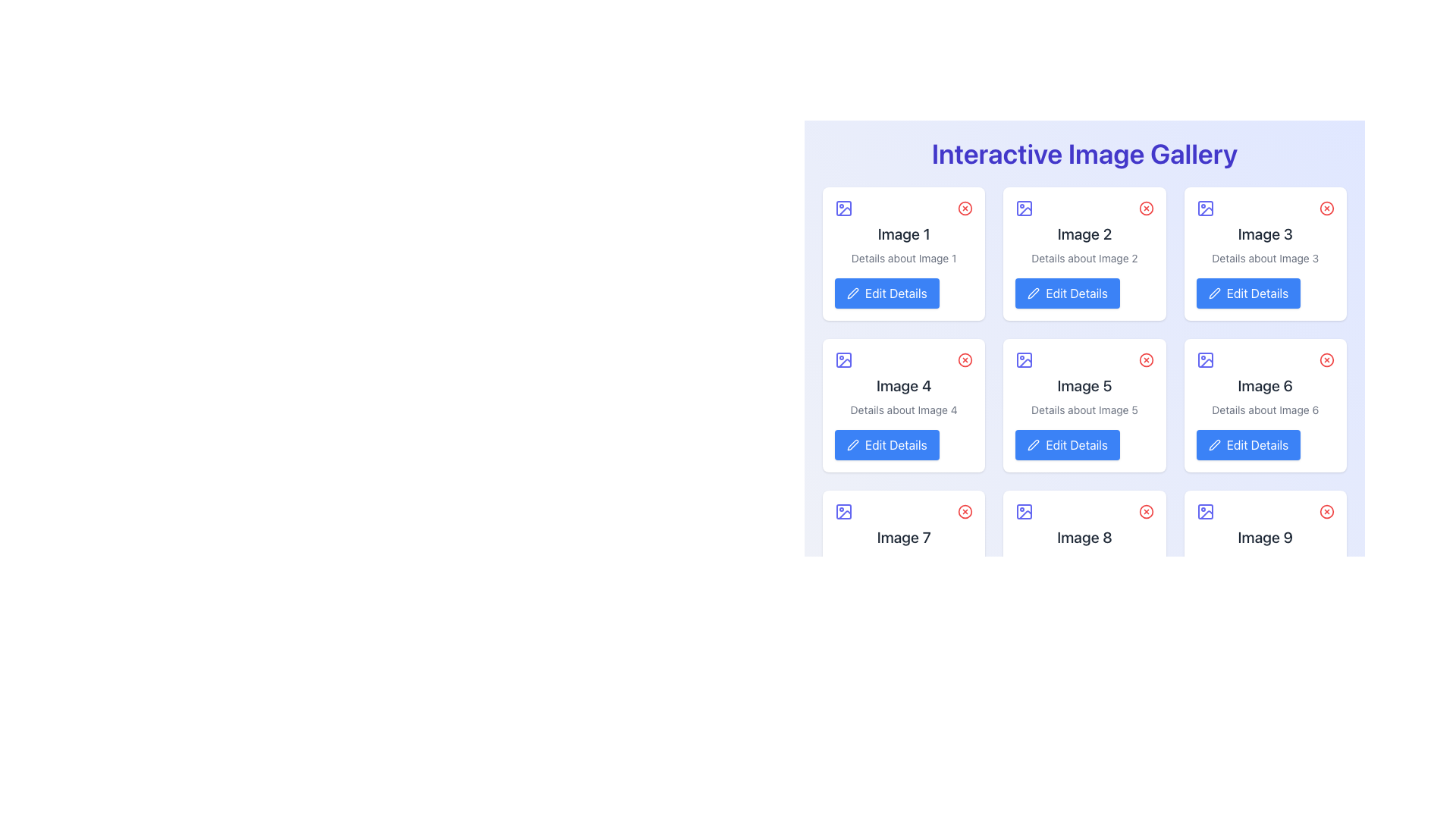  What do you see at coordinates (1033, 293) in the screenshot?
I see `the small white pen icon located to the left of the 'Edit Details' text within the 'Edit Details' button in the 'Image 2' card of the image gallery` at bounding box center [1033, 293].